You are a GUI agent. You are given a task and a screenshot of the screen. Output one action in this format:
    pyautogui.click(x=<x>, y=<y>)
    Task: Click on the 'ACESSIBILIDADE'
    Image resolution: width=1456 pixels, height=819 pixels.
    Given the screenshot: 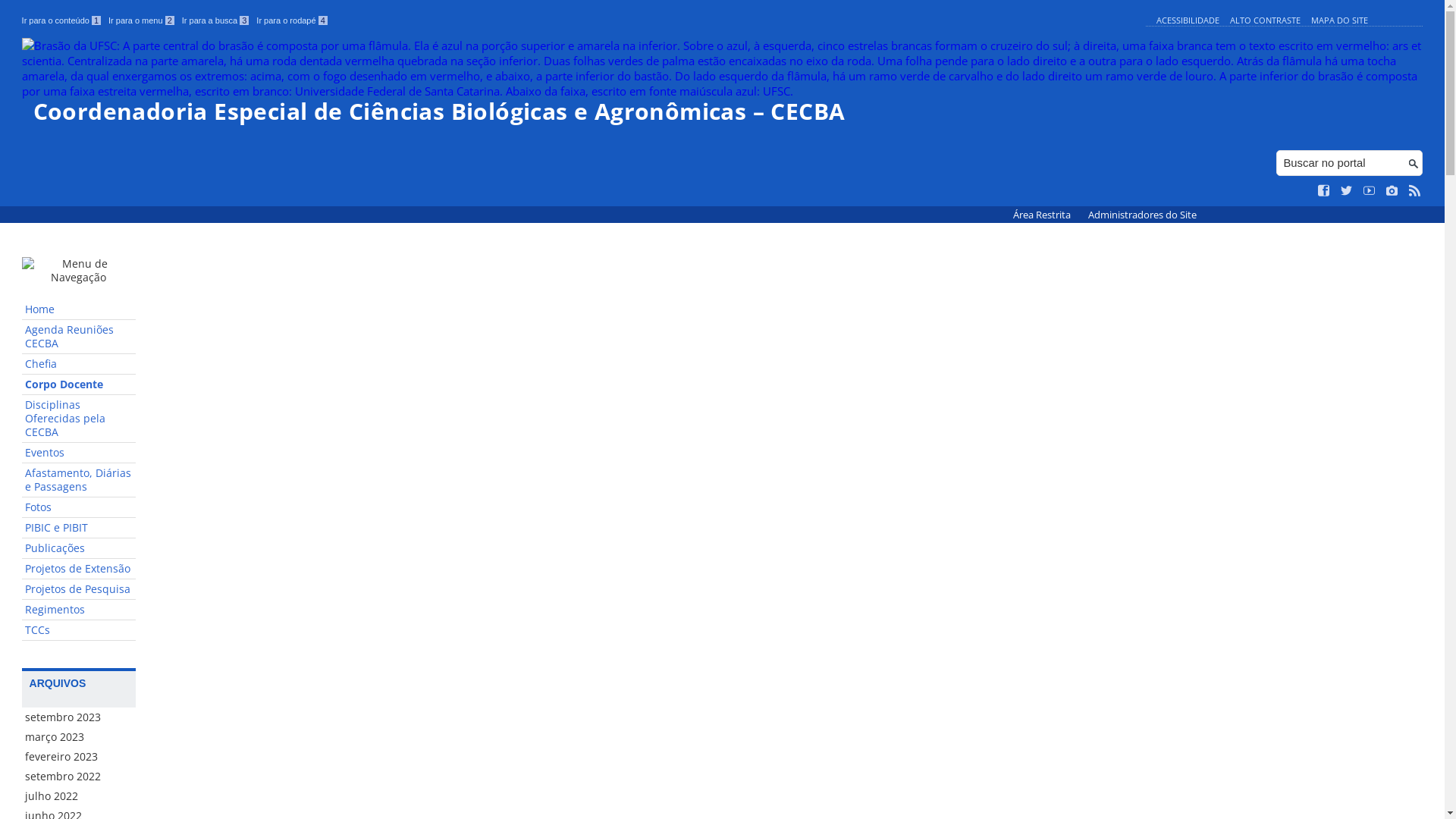 What is the action you would take?
    pyautogui.click(x=1187, y=20)
    